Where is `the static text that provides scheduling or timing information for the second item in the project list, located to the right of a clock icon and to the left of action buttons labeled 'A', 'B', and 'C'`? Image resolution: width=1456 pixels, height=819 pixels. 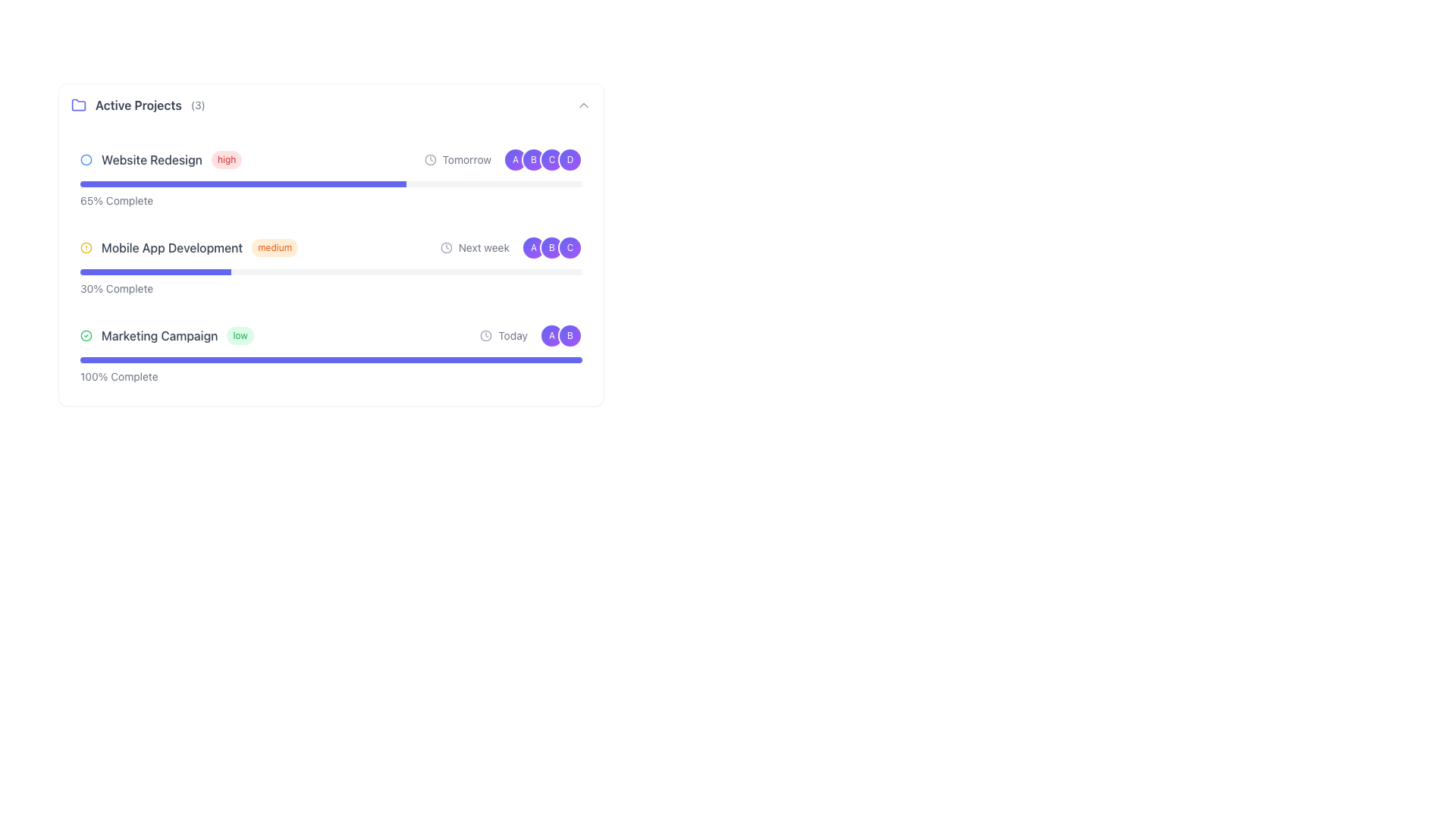 the static text that provides scheduling or timing information for the second item in the project list, located to the right of a clock icon and to the left of action buttons labeled 'A', 'B', and 'C' is located at coordinates (483, 247).